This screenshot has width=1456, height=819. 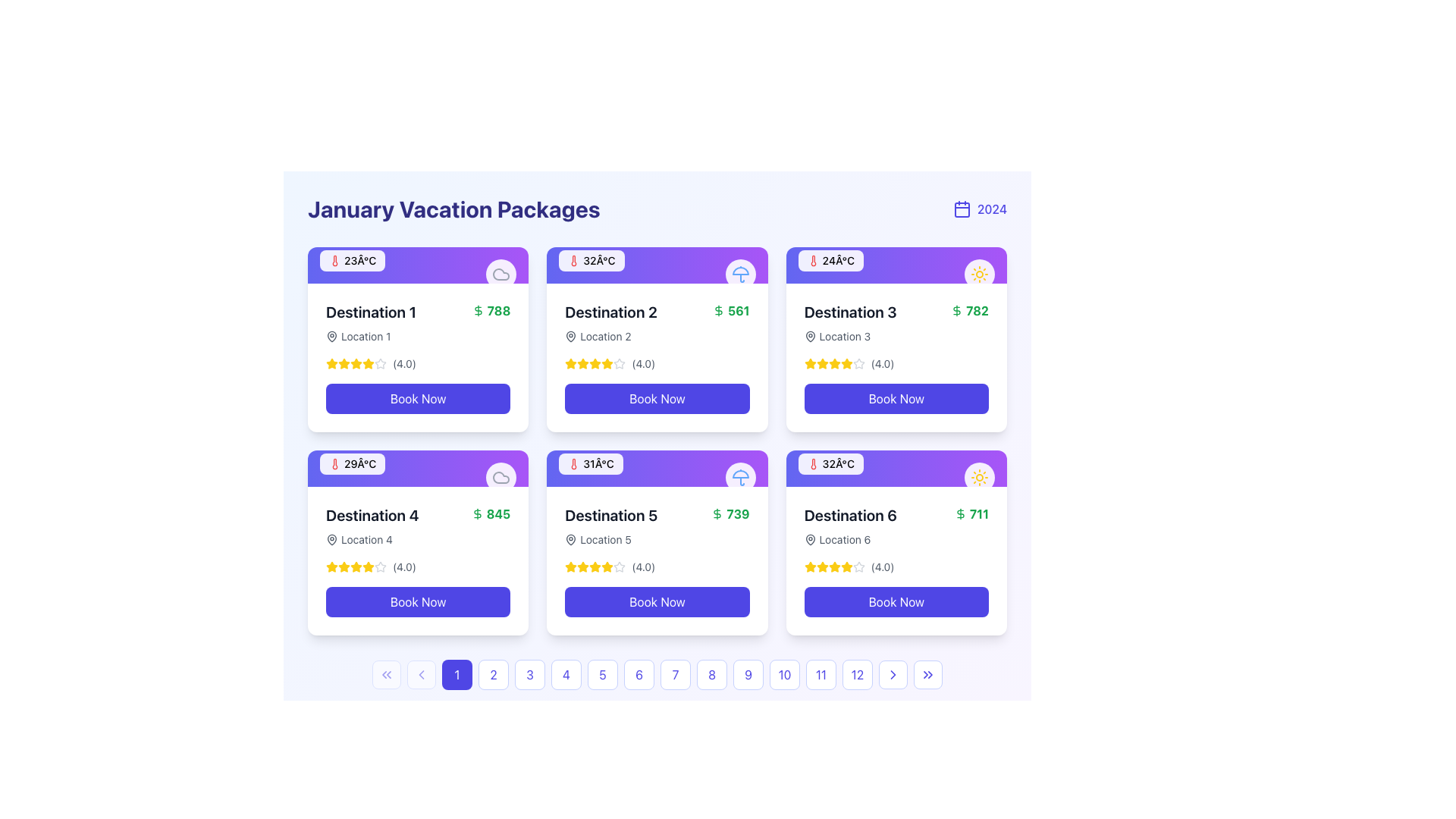 What do you see at coordinates (977, 309) in the screenshot?
I see `displayed text from the price text display located in the rightmost card of the top row, which is associated with a dollar sign icon on its left` at bounding box center [977, 309].